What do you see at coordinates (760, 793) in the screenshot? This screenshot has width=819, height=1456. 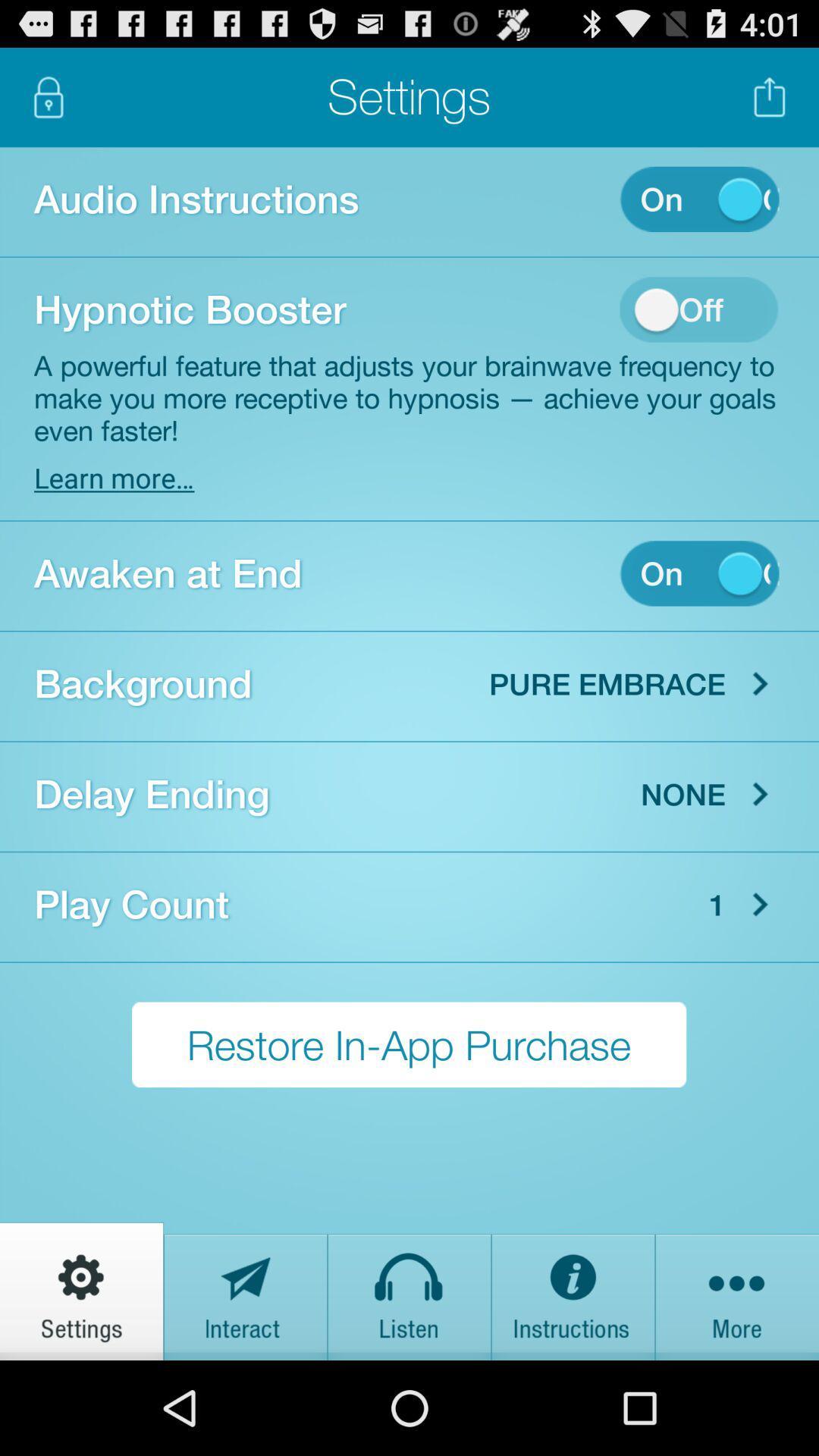 I see `the button on the right next to the text none on the web page` at bounding box center [760, 793].